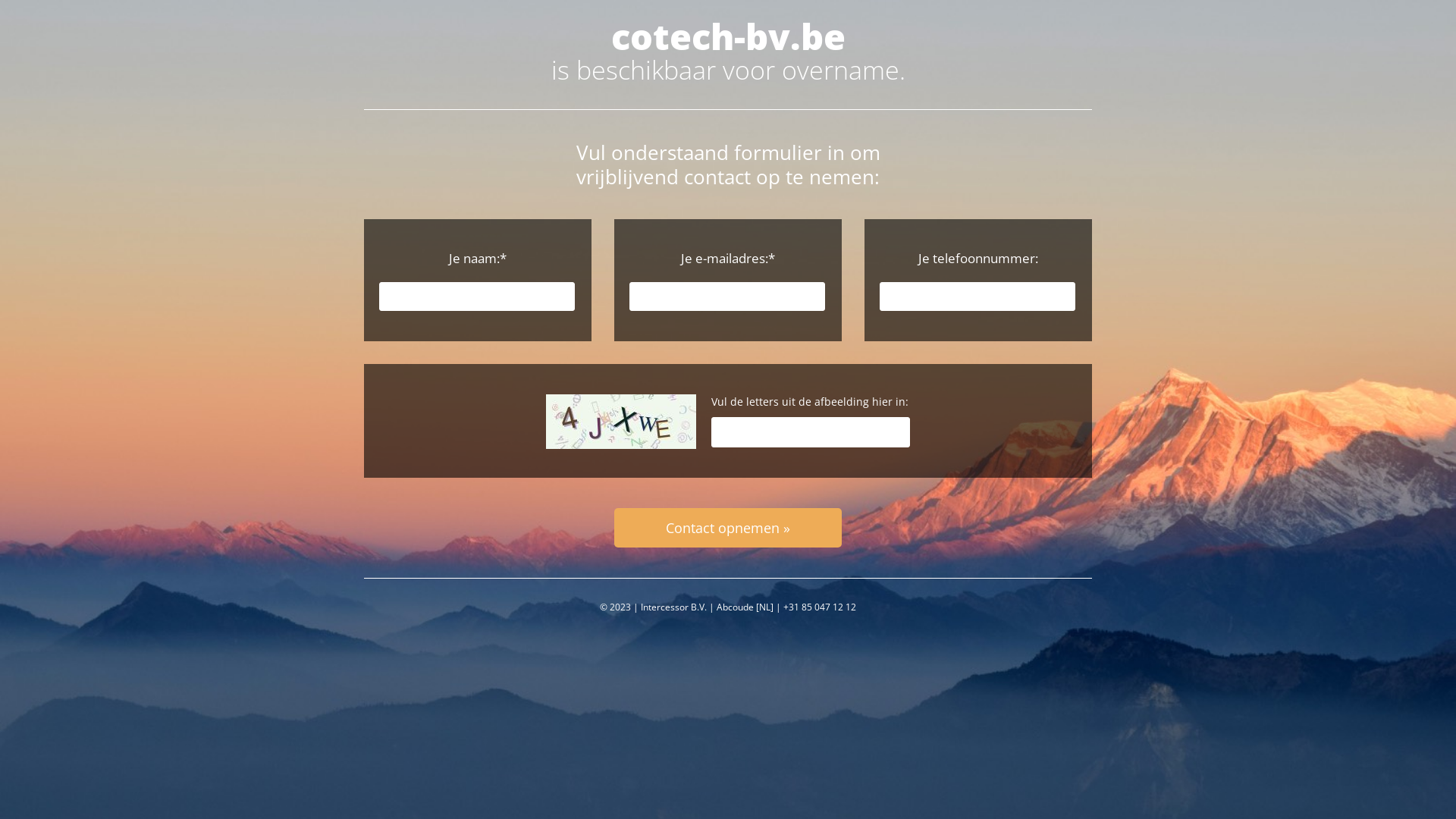  I want to click on 'No Bots allowed', so click(621, 421).